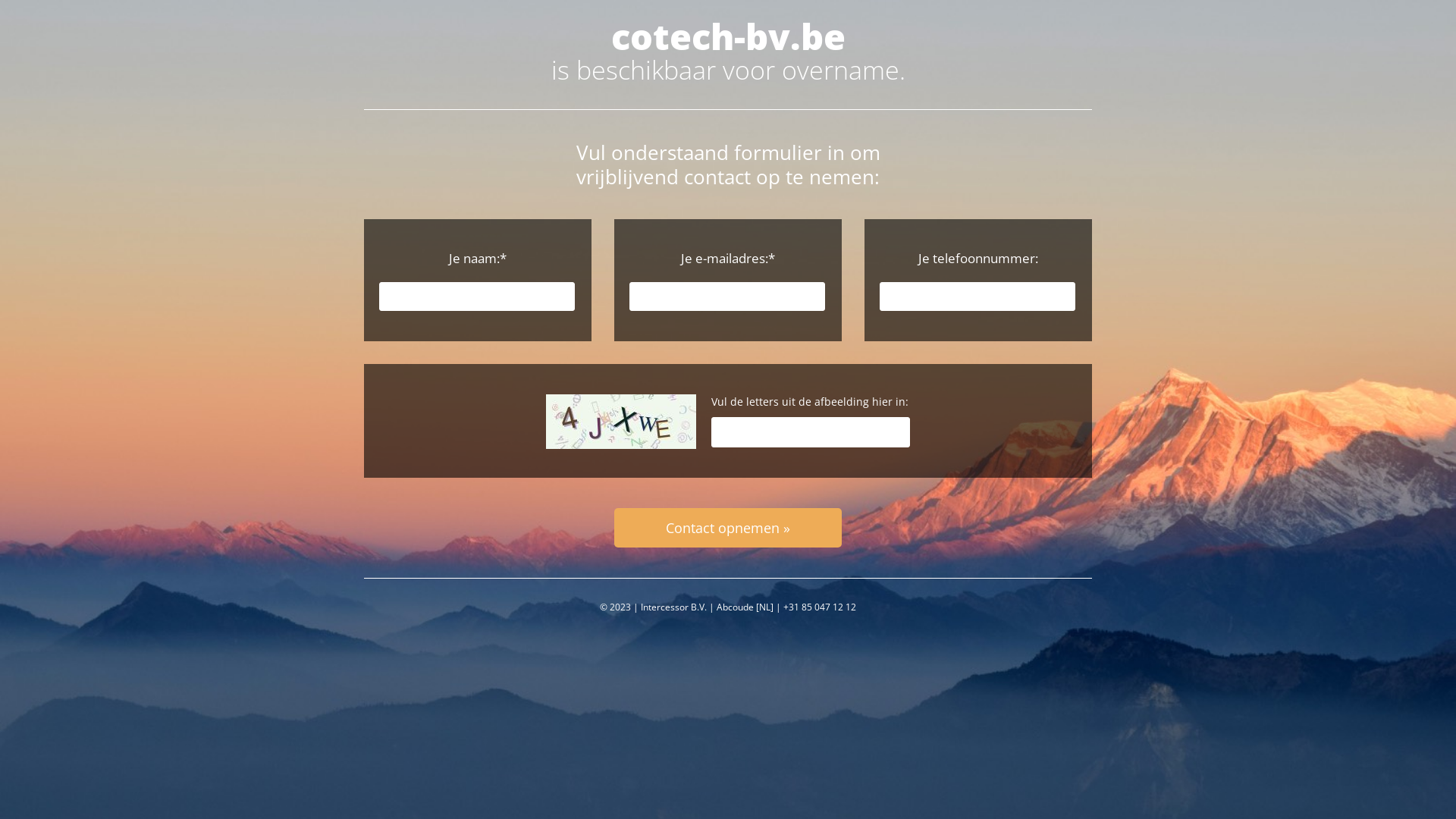  I want to click on 'No Bots allowed', so click(621, 421).